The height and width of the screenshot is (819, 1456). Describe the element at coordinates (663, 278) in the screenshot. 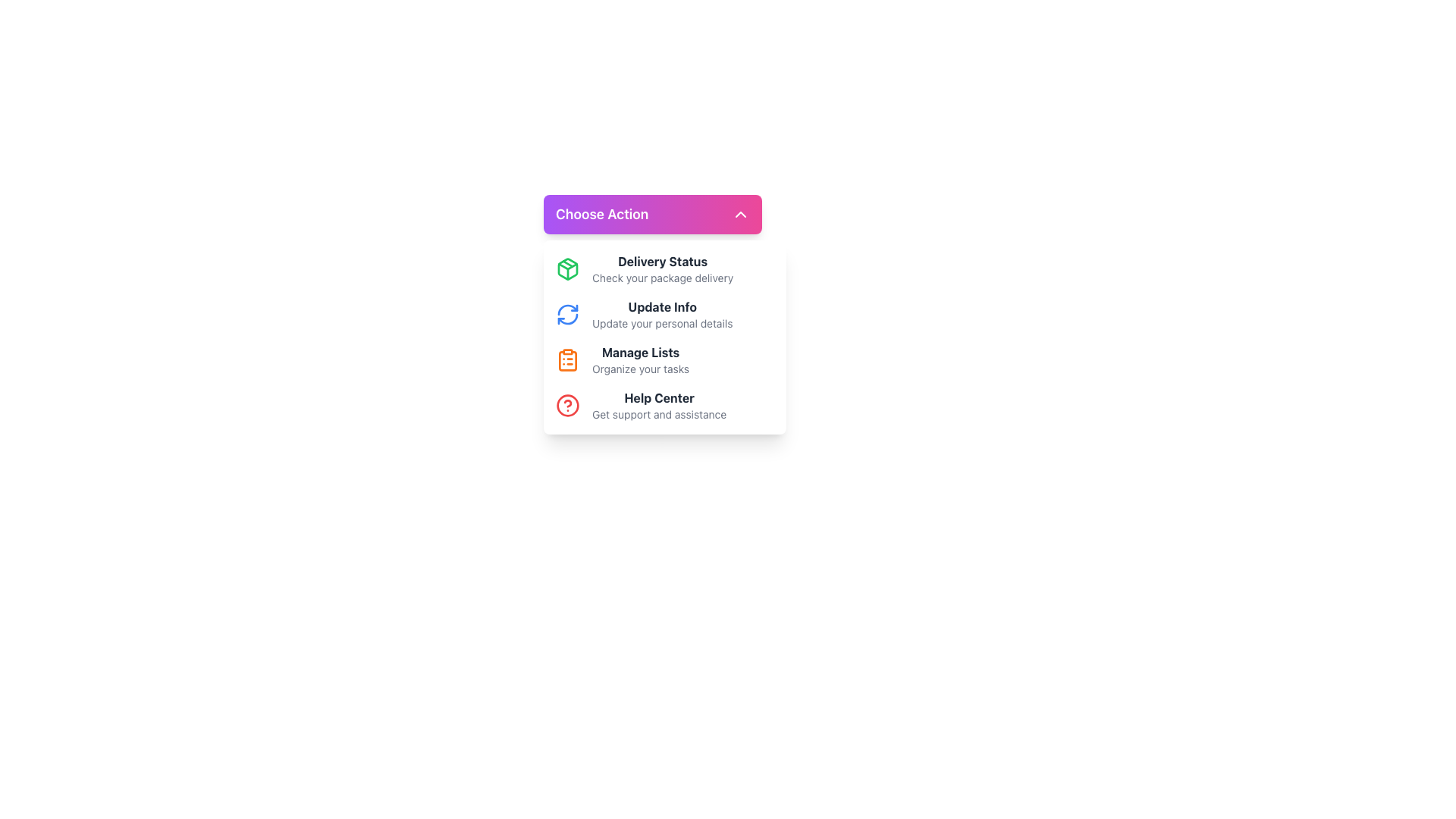

I see `the Static Informational Text that reads 'Check your package delivery'` at that location.